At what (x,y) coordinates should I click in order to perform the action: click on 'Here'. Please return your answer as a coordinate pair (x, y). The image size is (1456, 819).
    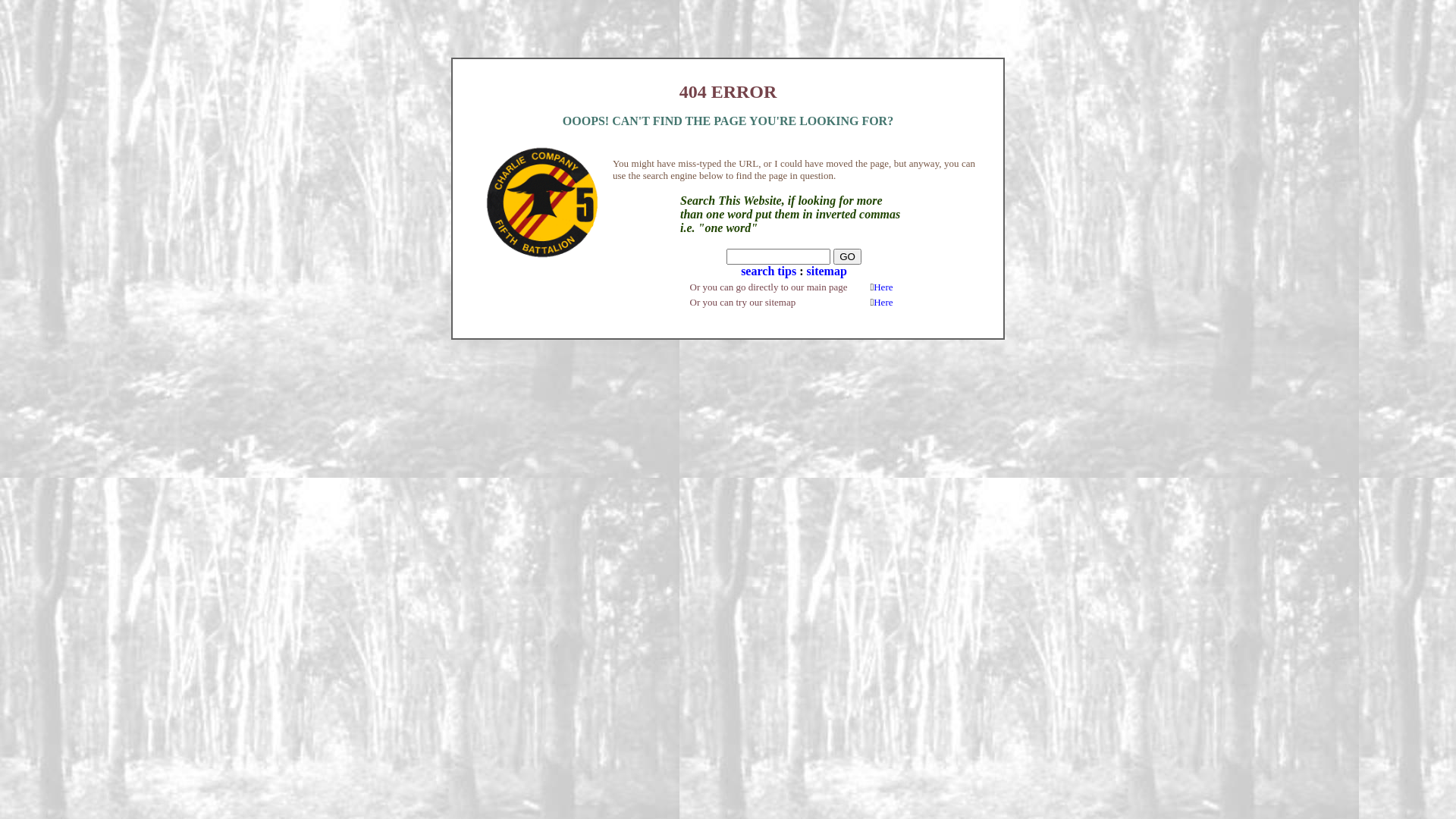
    Looking at the image, I should click on (883, 287).